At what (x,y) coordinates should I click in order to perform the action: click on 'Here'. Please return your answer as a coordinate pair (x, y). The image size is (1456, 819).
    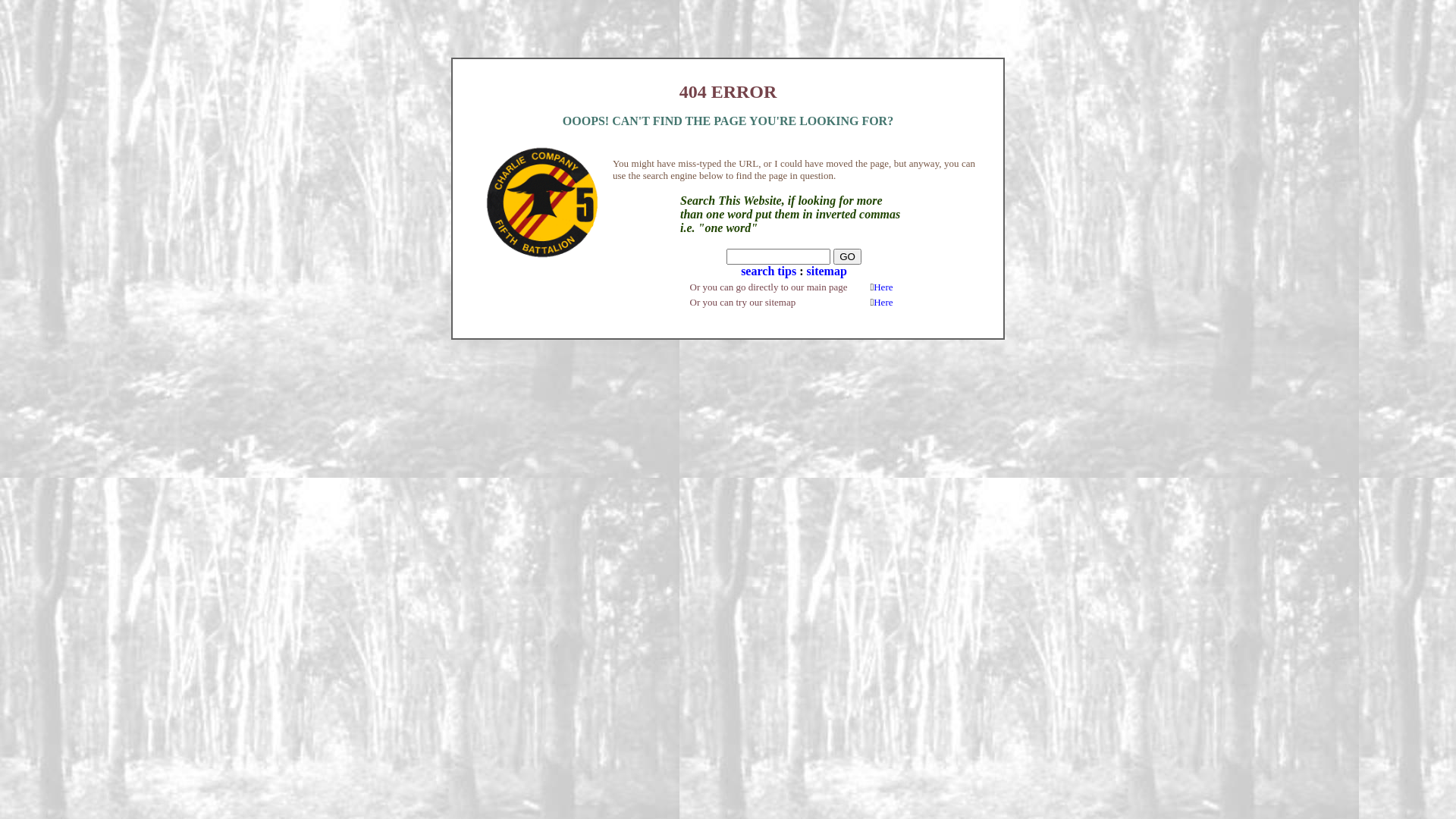
    Looking at the image, I should click on (883, 287).